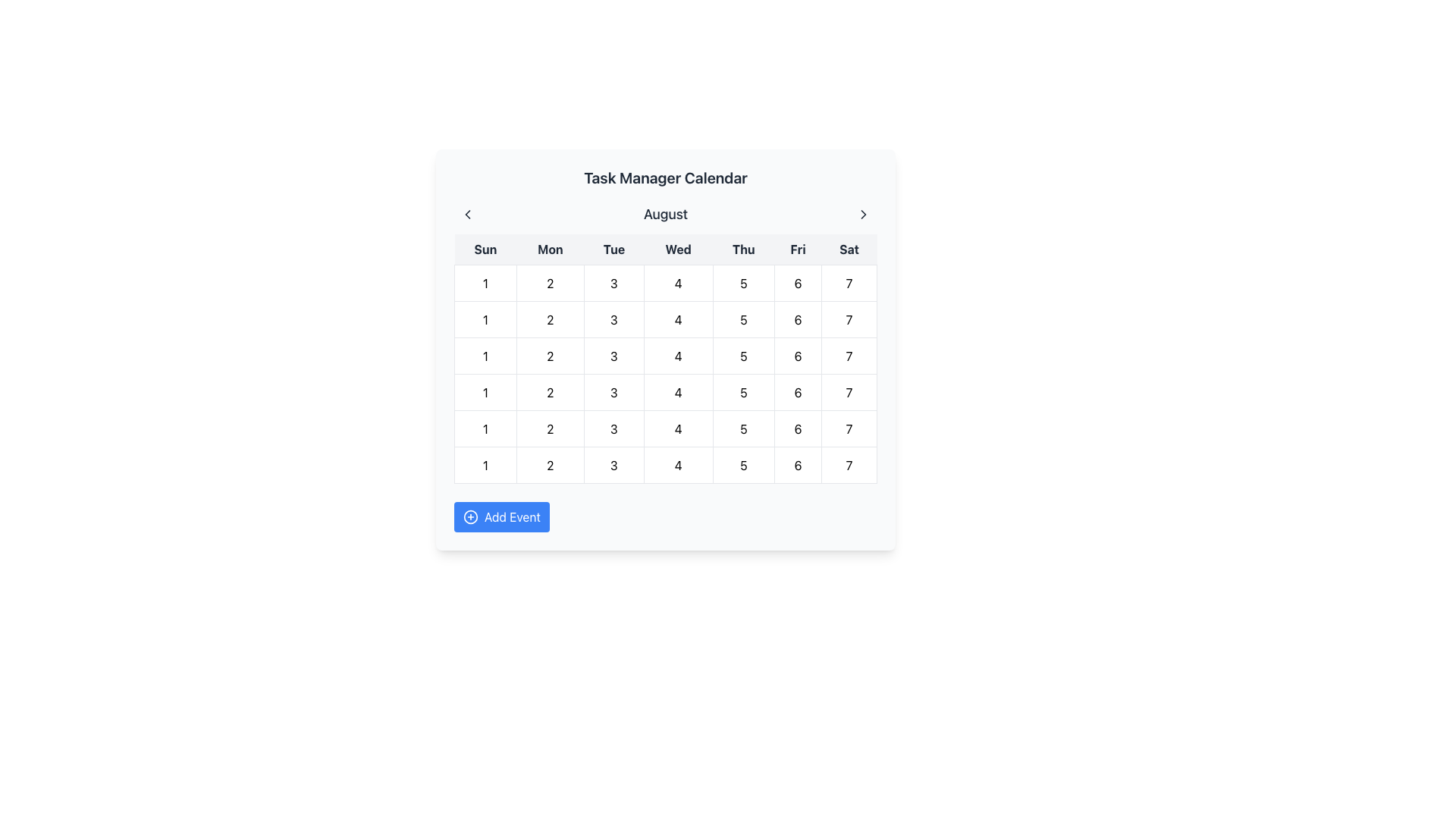 Image resolution: width=1456 pixels, height=819 pixels. What do you see at coordinates (743, 391) in the screenshot?
I see `the grid cell representing the date '5' in the calendar view, located in the fourth column under 'Thu'` at bounding box center [743, 391].